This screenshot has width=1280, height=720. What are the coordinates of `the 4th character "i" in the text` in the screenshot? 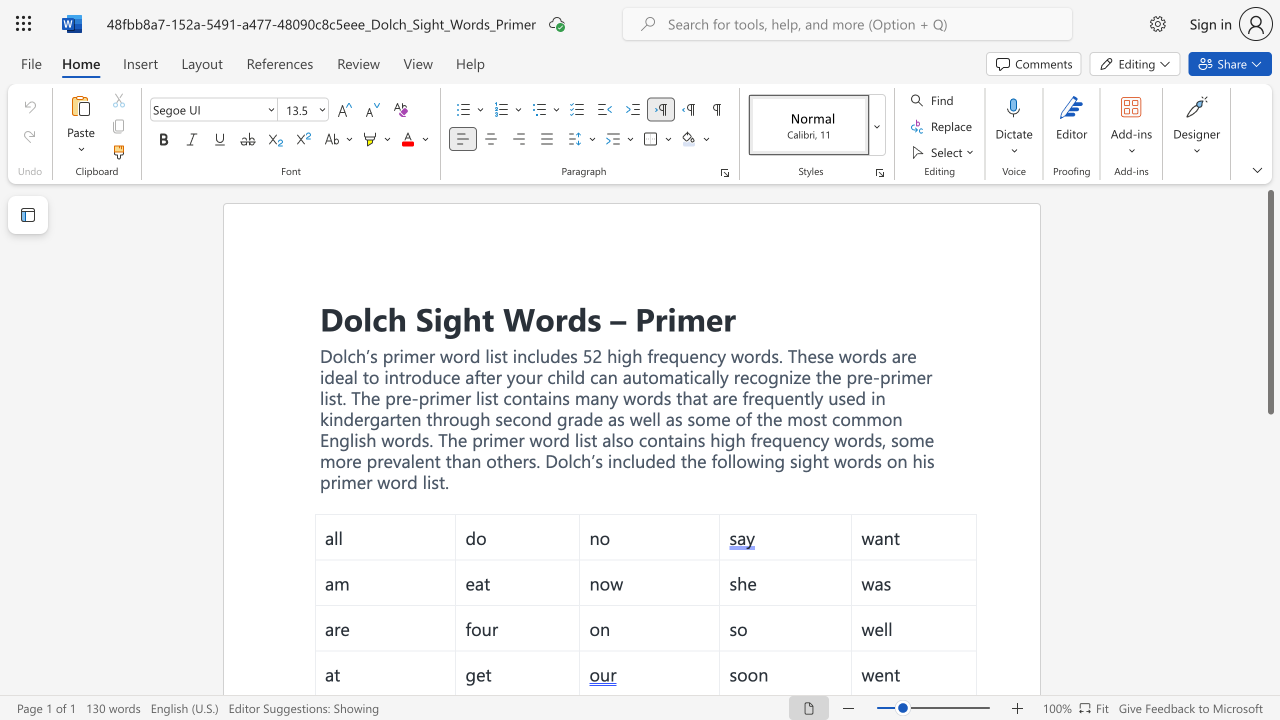 It's located at (923, 460).